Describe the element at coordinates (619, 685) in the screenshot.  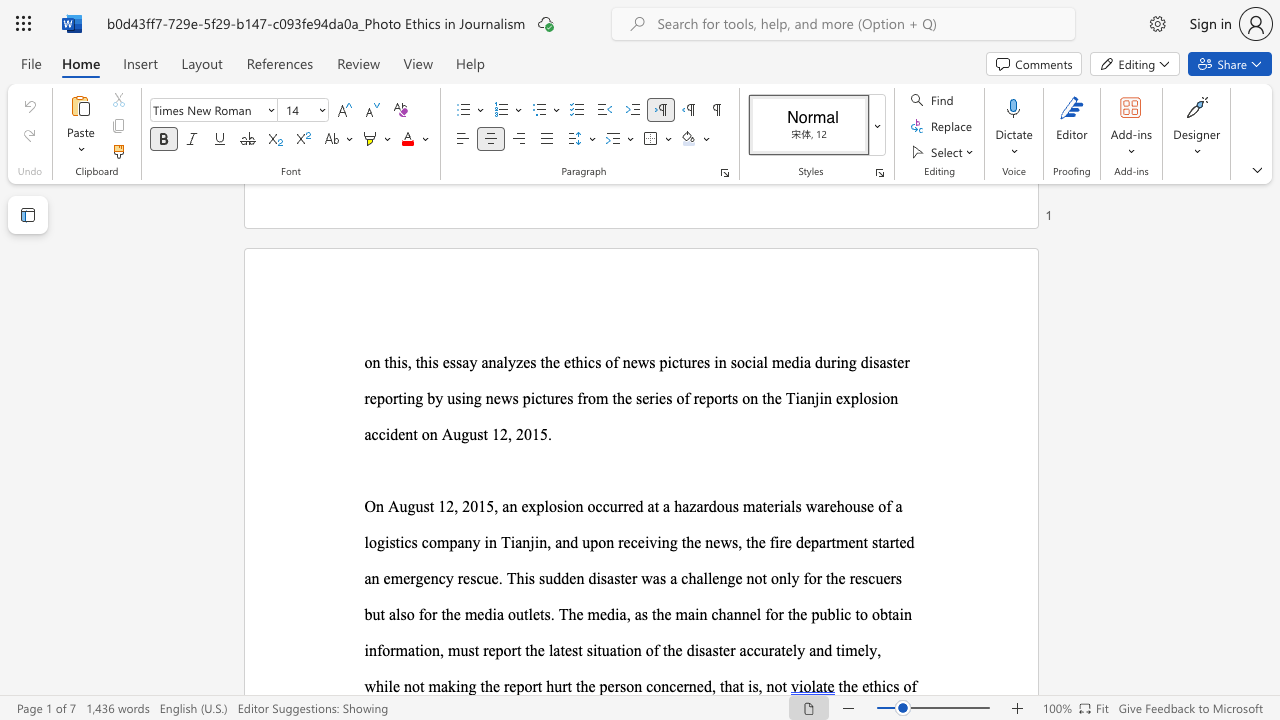
I see `the subset text "son concerned, that is," within the text ", while not making the report hurt the person concerned, that is, not"` at that location.